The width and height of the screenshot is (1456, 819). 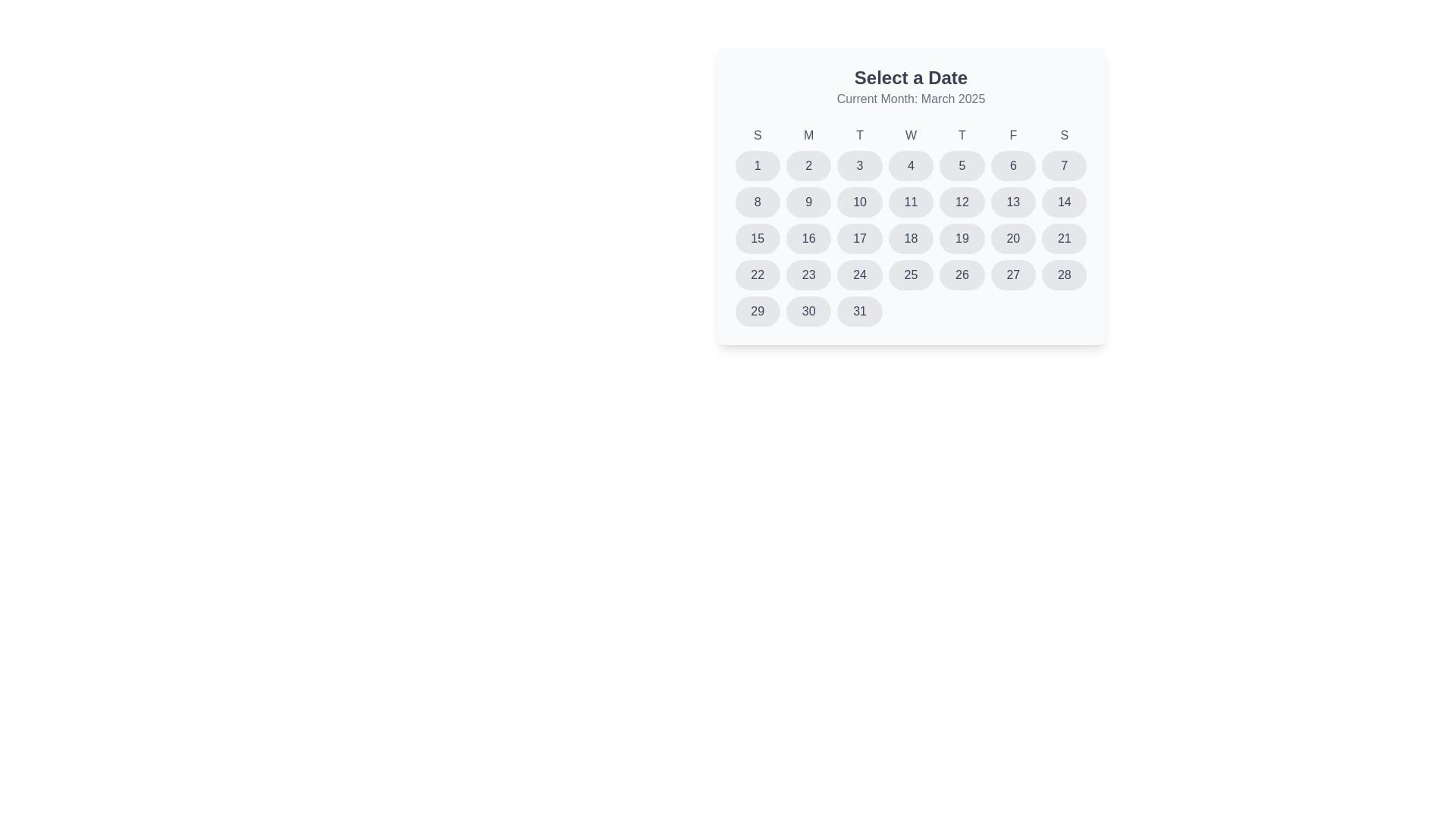 I want to click on the selectable day button in the fourth row and fourth column of the calendar grid, so click(x=860, y=275).